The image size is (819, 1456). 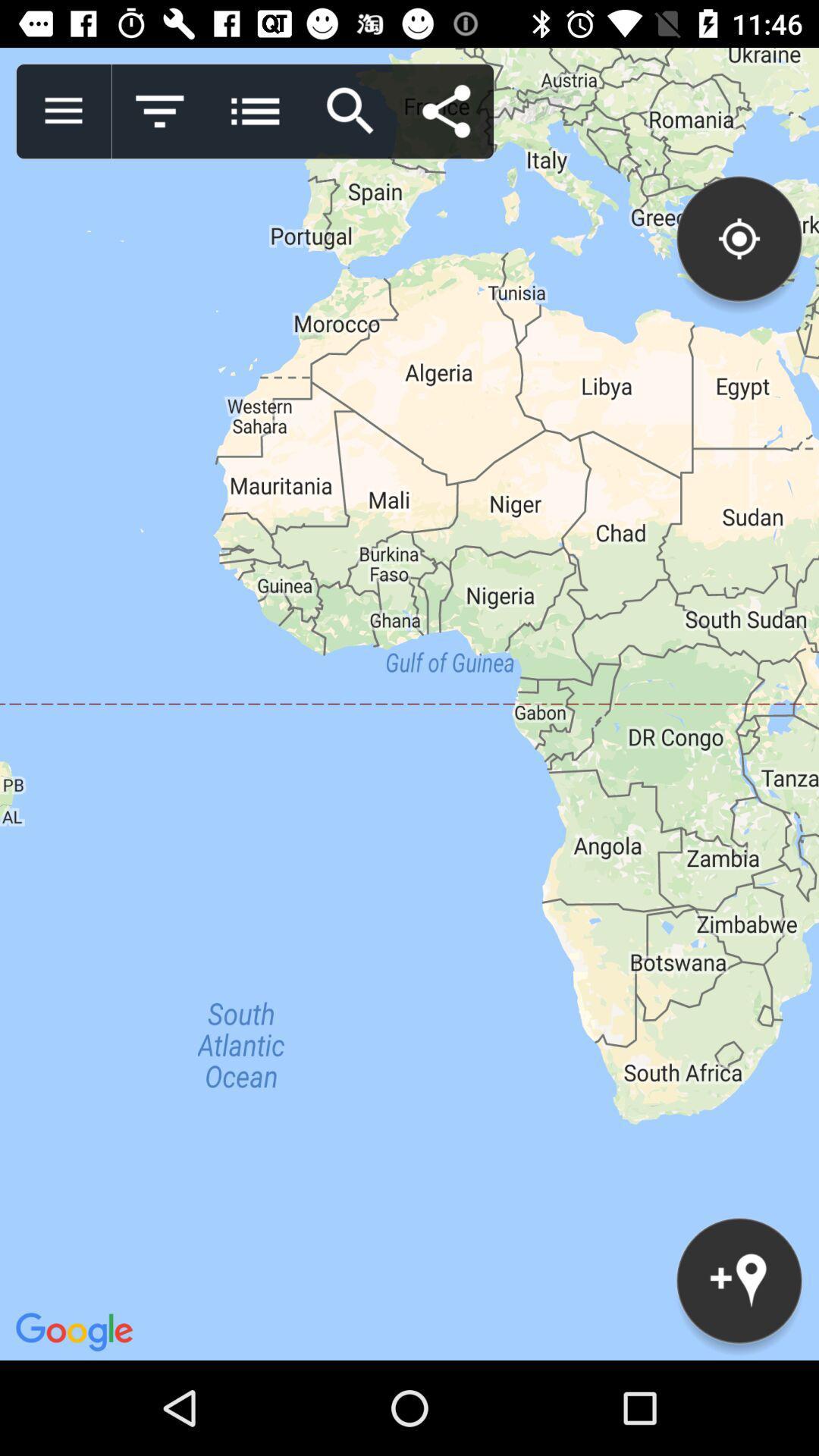 What do you see at coordinates (254, 111) in the screenshot?
I see `more options` at bounding box center [254, 111].